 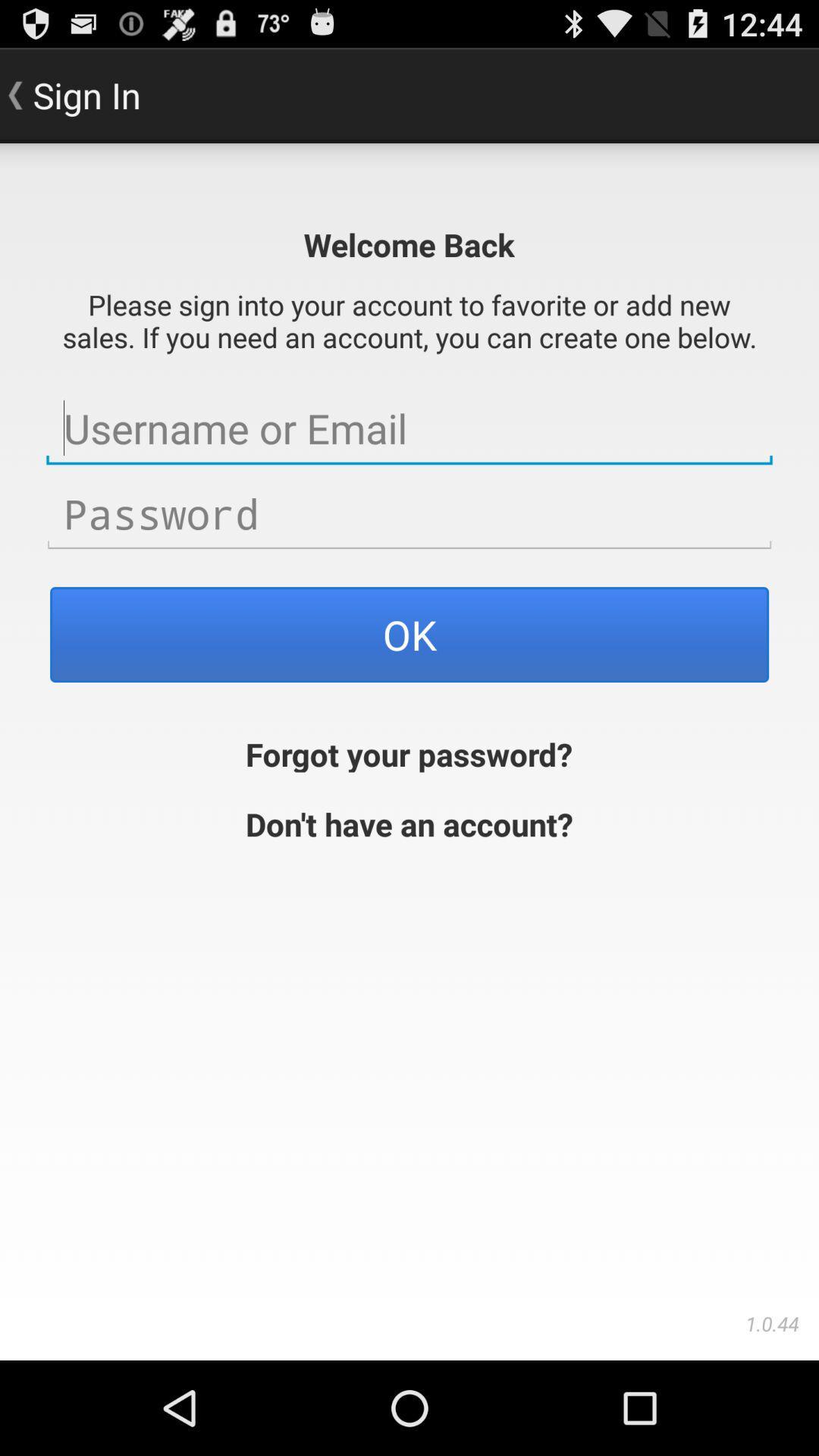 I want to click on email enter bar, so click(x=409, y=428).